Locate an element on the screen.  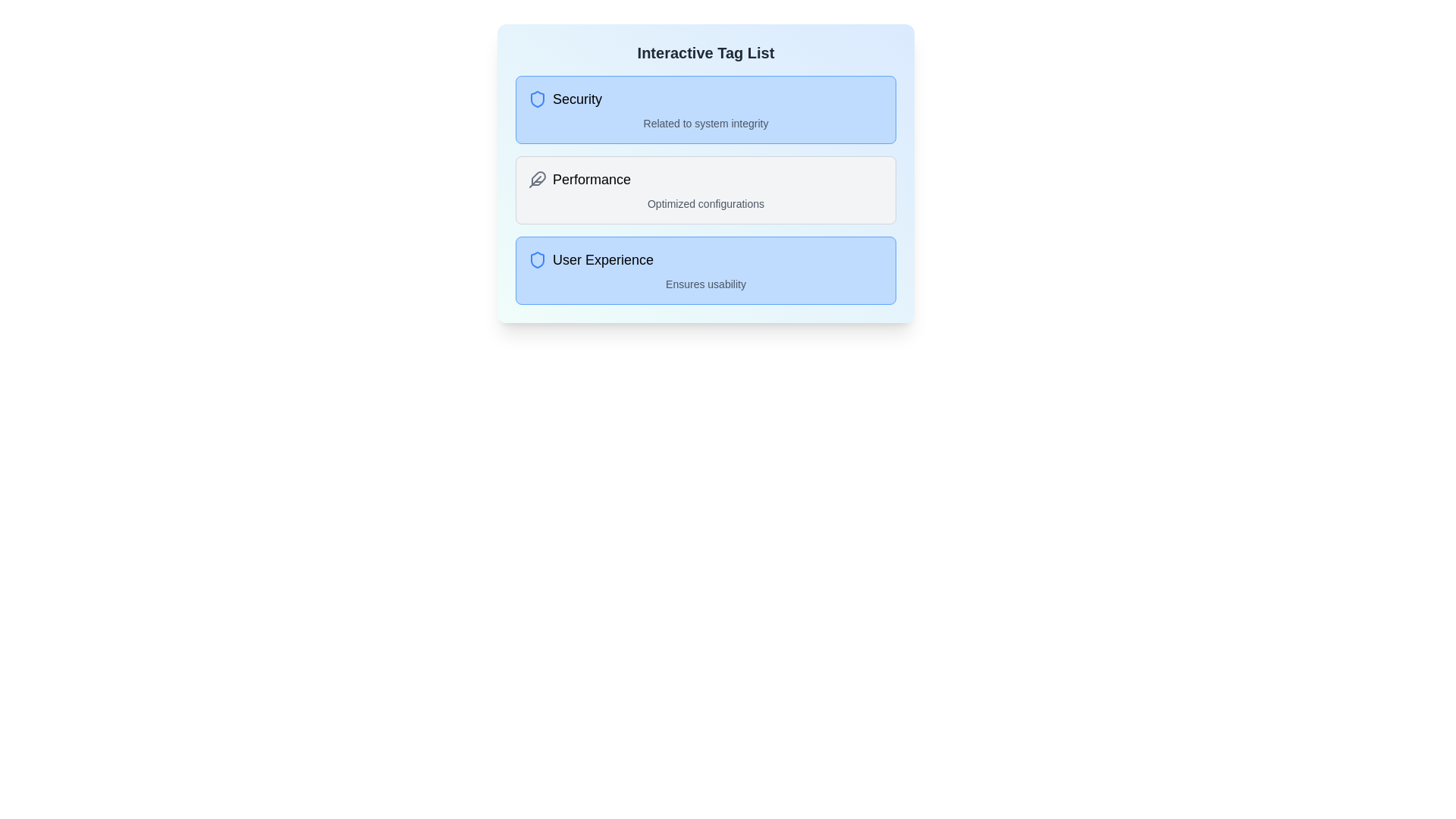
the tag by clicking on its icon, identified by the tag name Security is located at coordinates (538, 99).